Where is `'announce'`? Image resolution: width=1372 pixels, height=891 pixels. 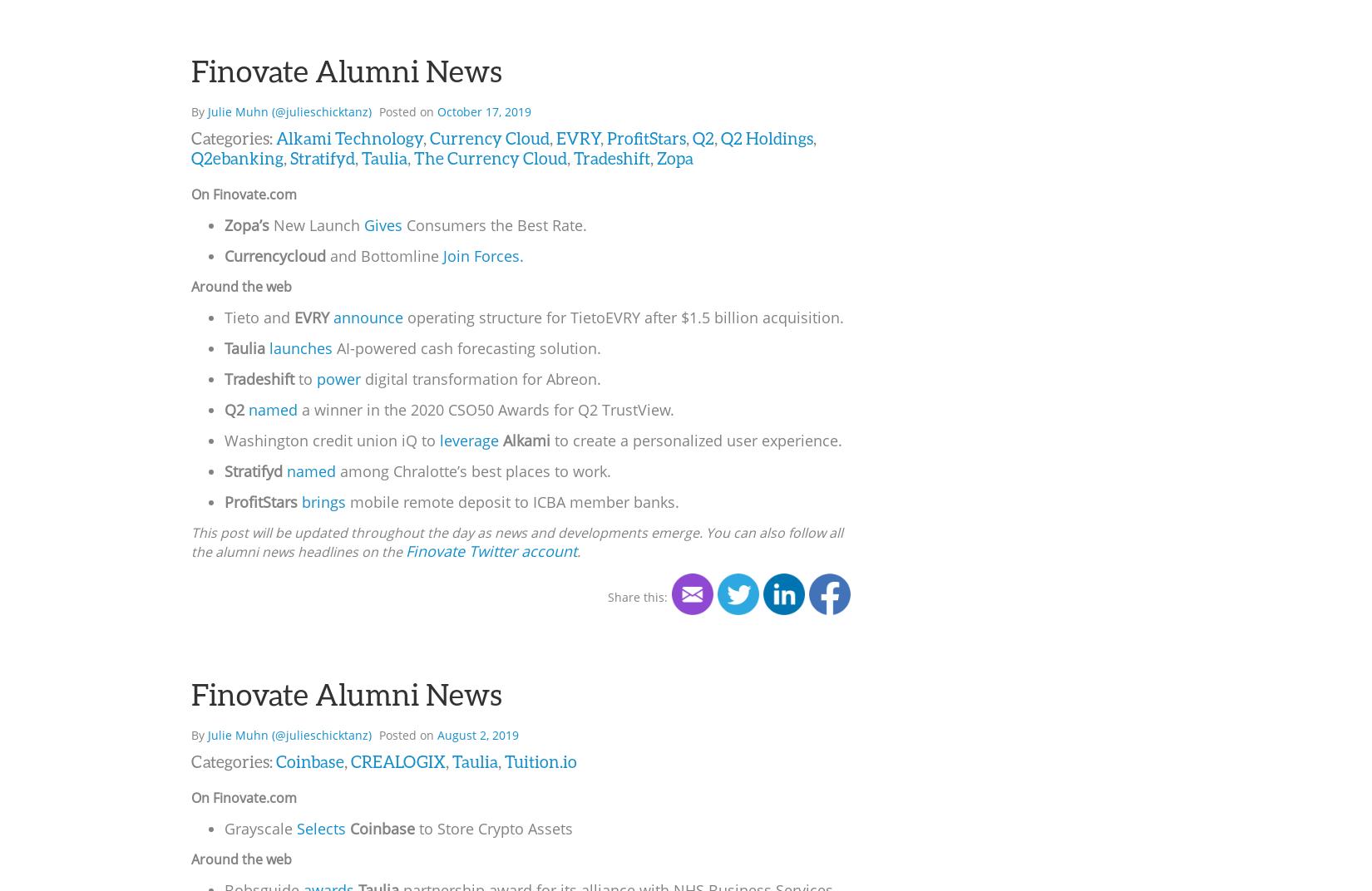
'announce' is located at coordinates (368, 316).